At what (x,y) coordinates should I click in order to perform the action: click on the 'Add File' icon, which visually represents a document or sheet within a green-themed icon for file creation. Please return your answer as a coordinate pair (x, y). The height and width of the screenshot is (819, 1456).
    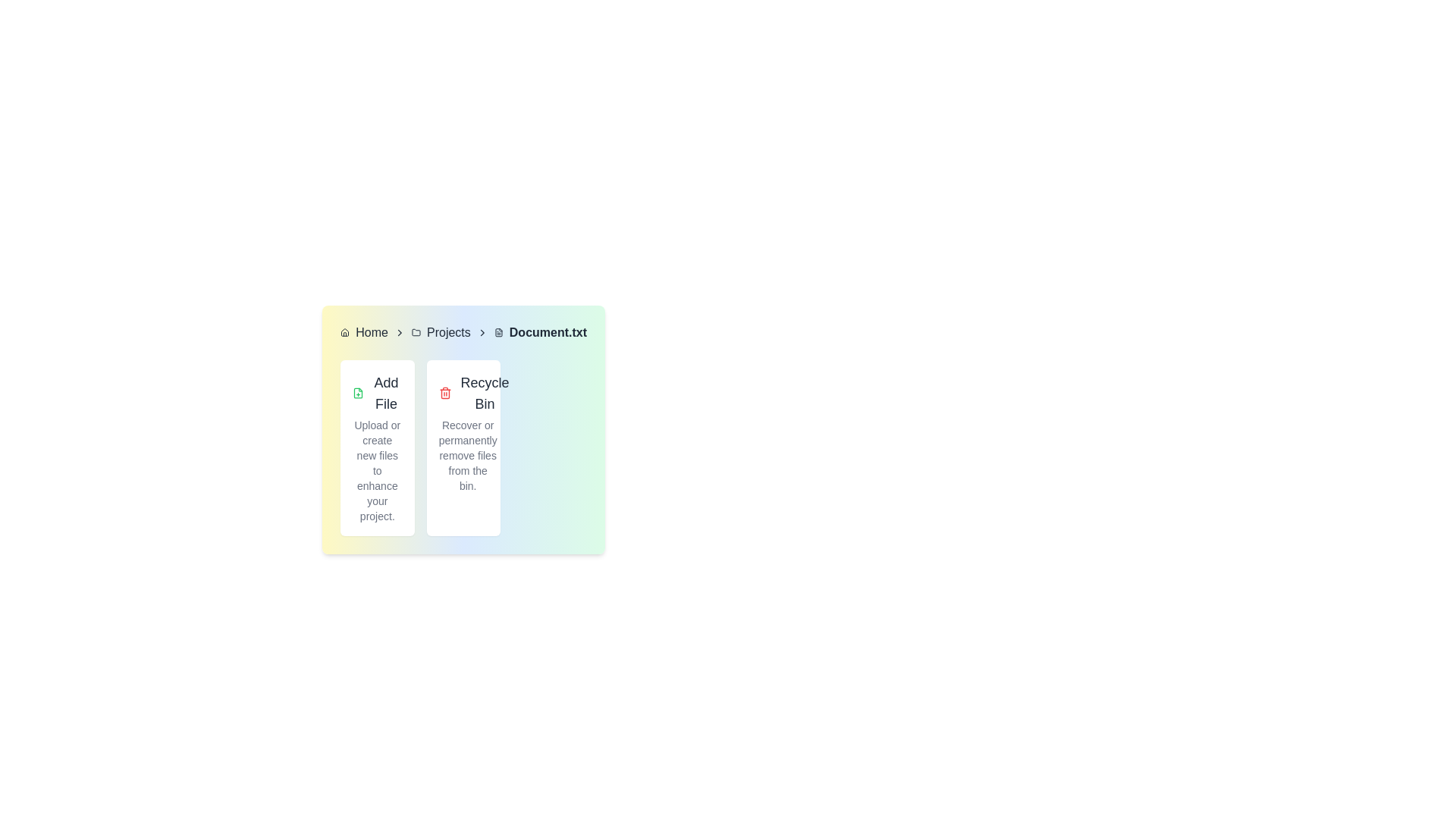
    Looking at the image, I should click on (357, 393).